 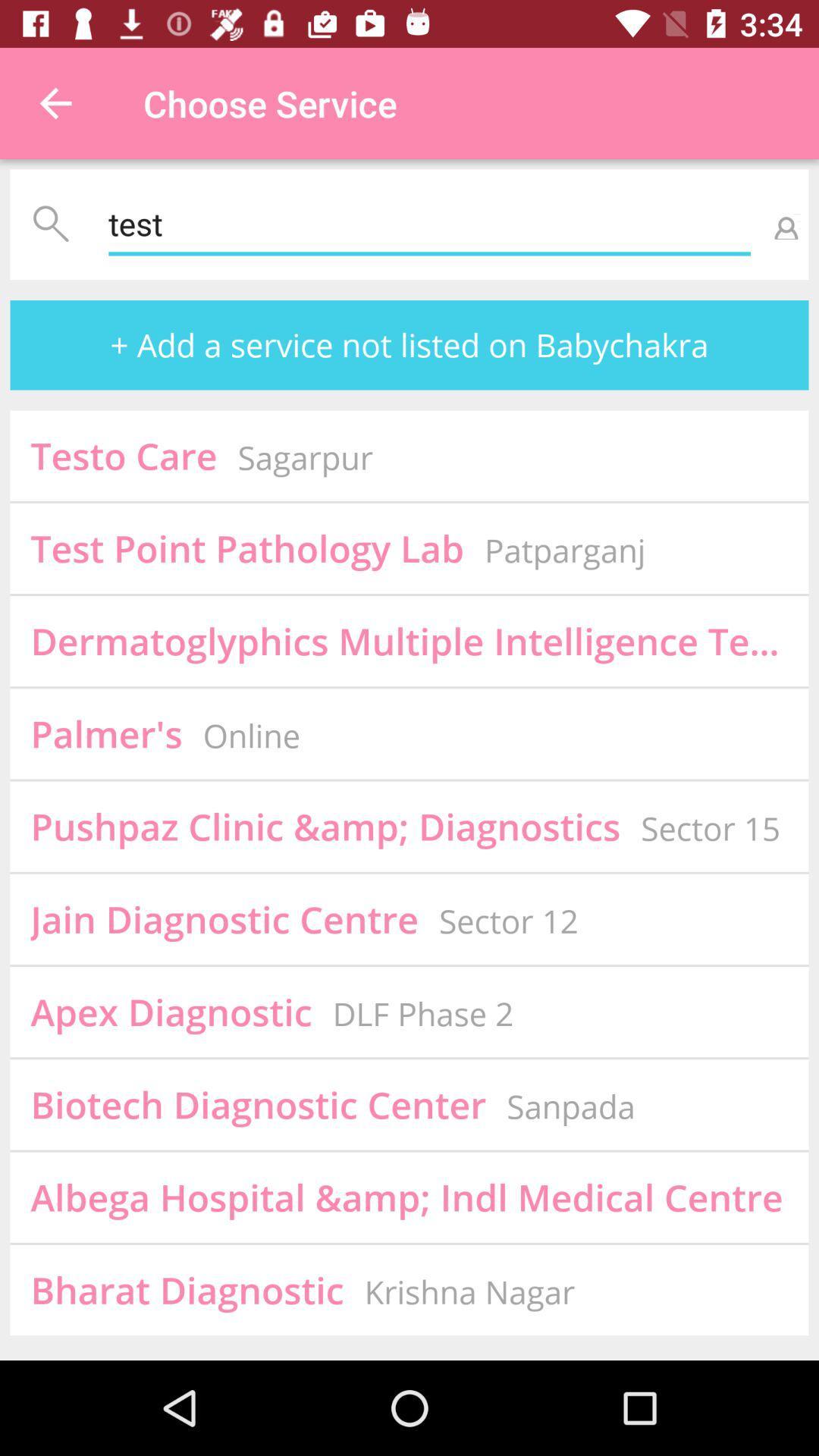 I want to click on the item above sanpada icon, so click(x=711, y=827).